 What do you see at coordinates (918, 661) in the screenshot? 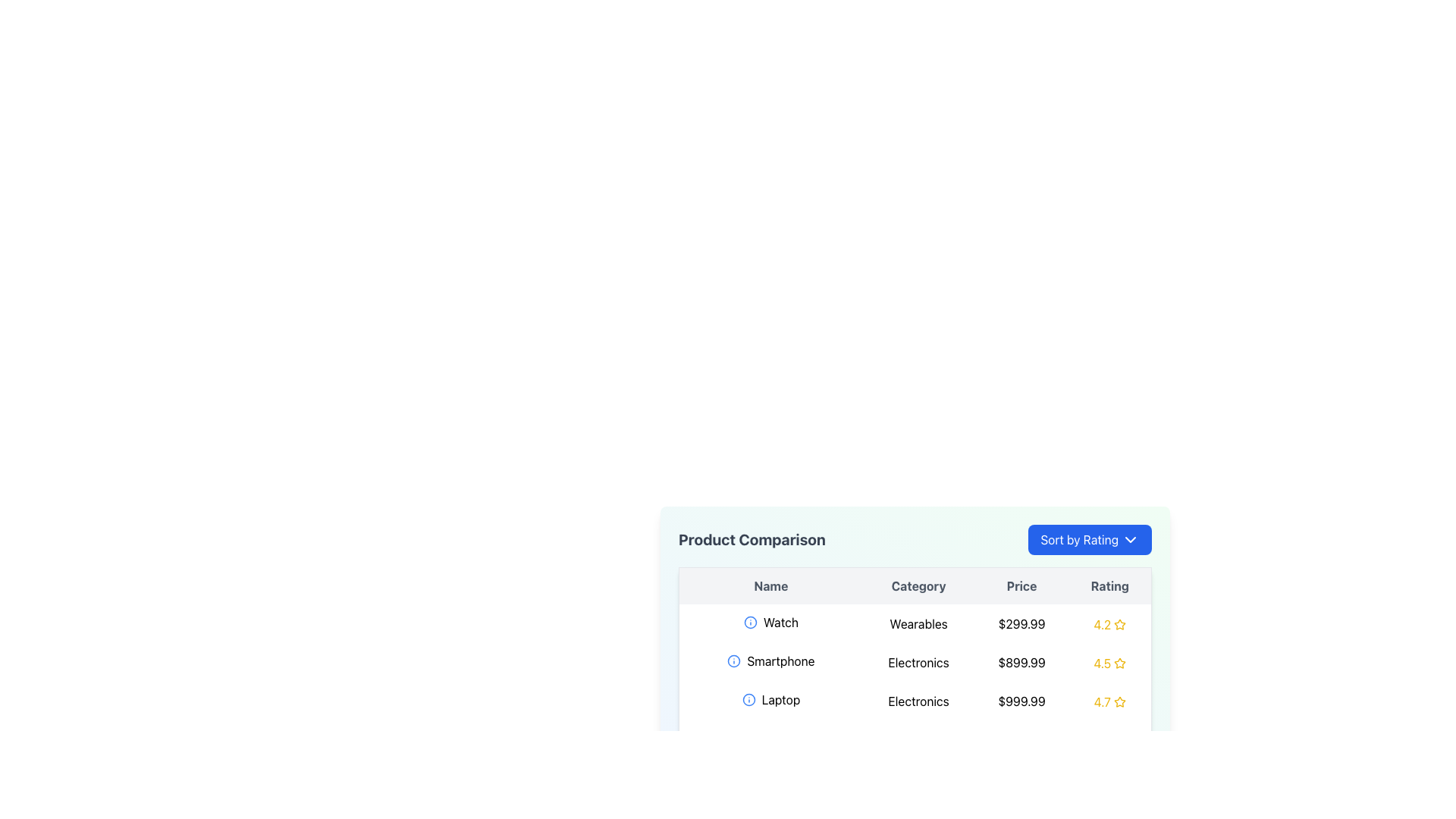
I see `the static text element displaying 'Electronics' in the 'Category' column of the table layout` at bounding box center [918, 661].